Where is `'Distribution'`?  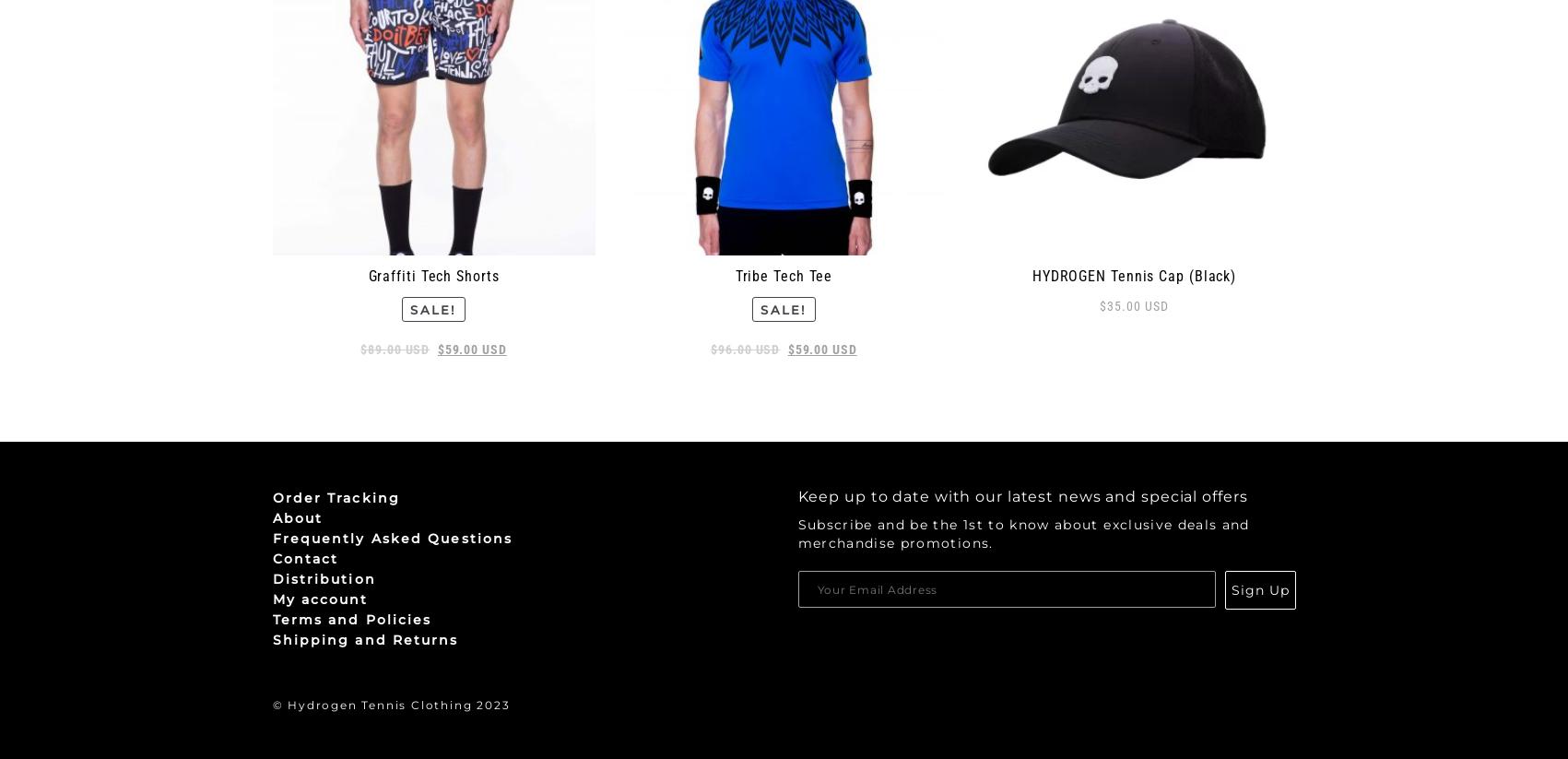
'Distribution' is located at coordinates (323, 578).